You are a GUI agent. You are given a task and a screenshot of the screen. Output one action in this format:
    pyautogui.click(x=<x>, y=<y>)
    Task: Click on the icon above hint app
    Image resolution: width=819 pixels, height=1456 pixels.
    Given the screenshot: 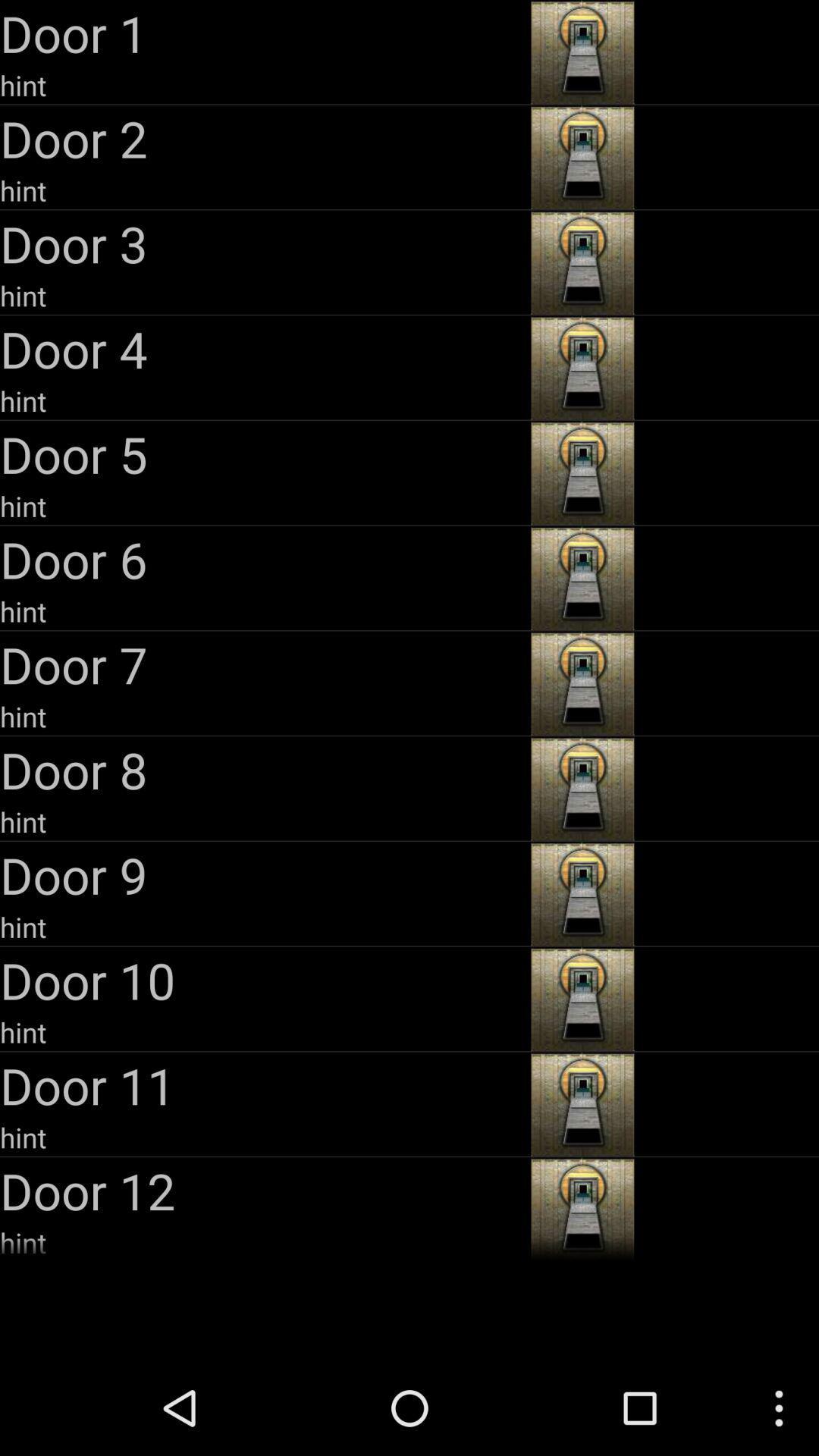 What is the action you would take?
    pyautogui.click(x=262, y=770)
    